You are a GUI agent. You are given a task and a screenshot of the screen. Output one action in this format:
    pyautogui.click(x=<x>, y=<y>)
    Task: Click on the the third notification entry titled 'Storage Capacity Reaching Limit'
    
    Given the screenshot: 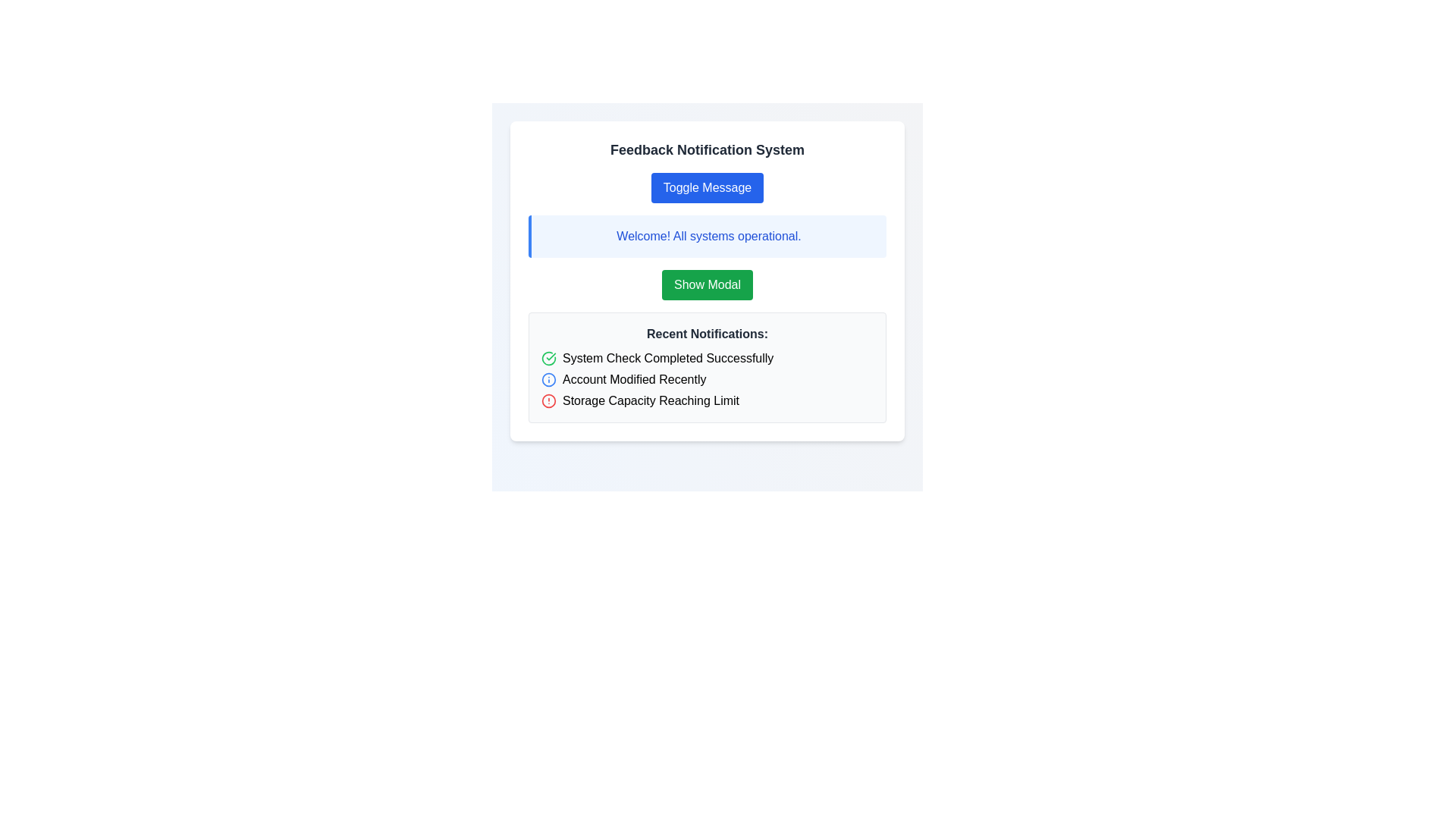 What is the action you would take?
    pyautogui.click(x=706, y=400)
    